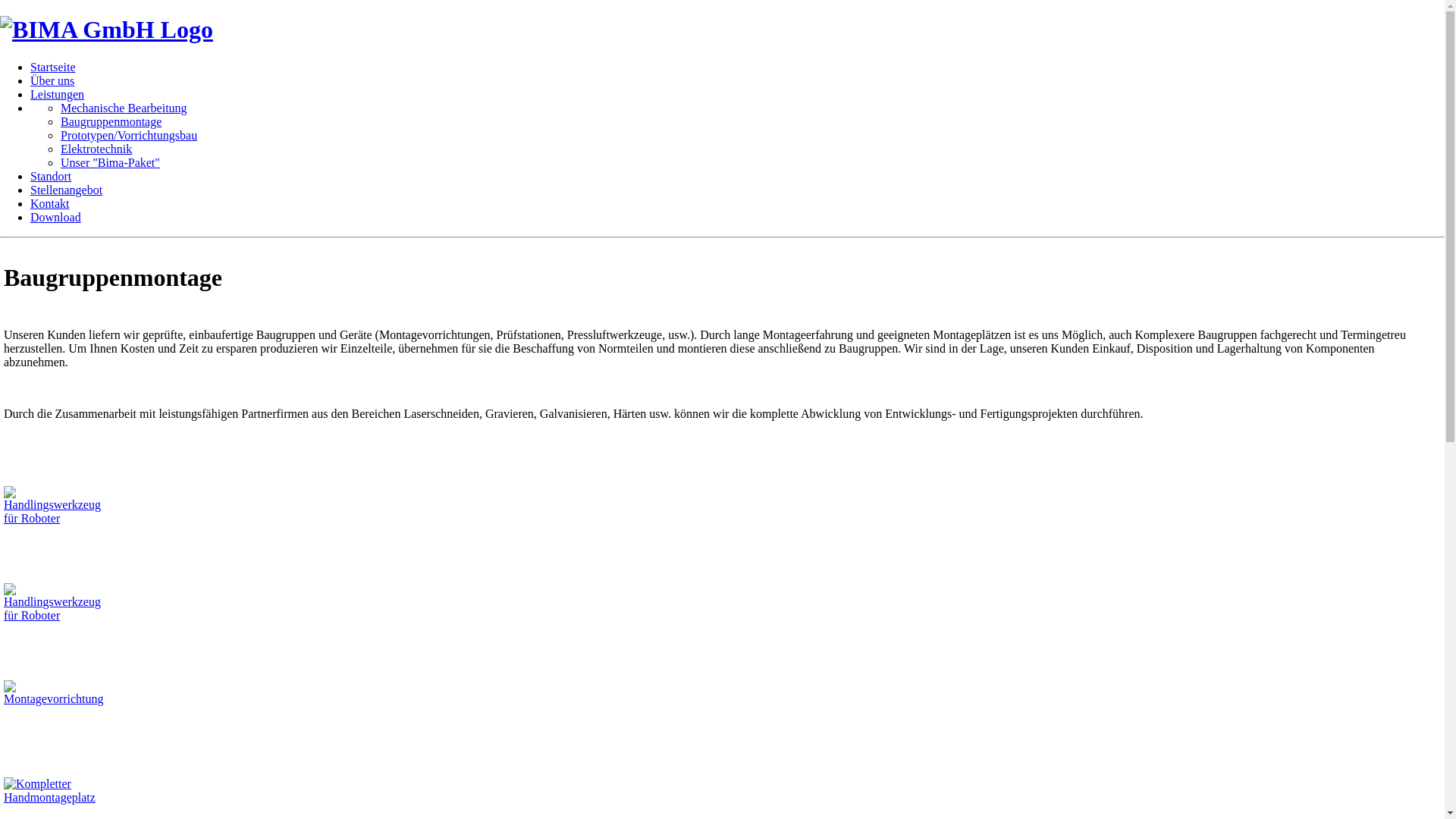 The image size is (1456, 819). What do you see at coordinates (51, 175) in the screenshot?
I see `'Standort'` at bounding box center [51, 175].